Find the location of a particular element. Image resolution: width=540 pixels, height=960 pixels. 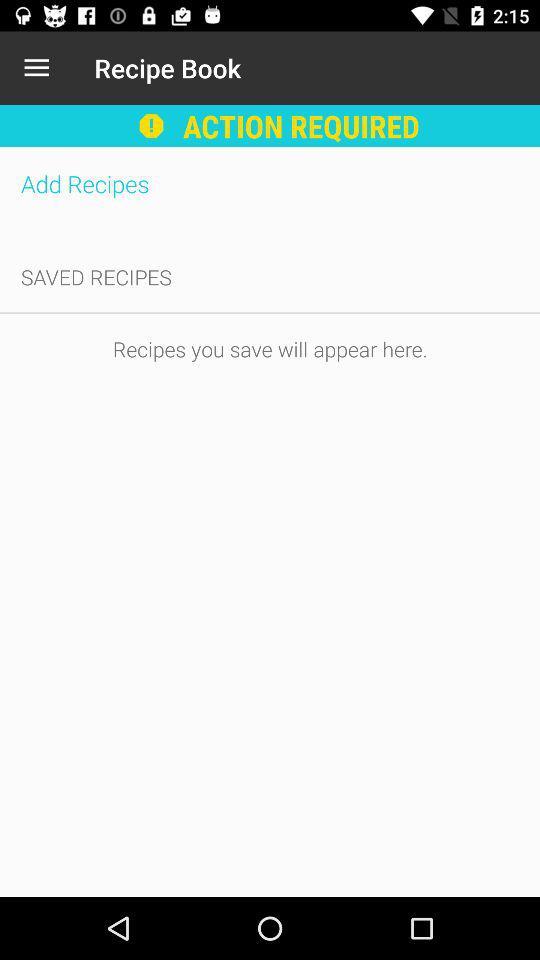

the item above saved recipes is located at coordinates (270, 183).